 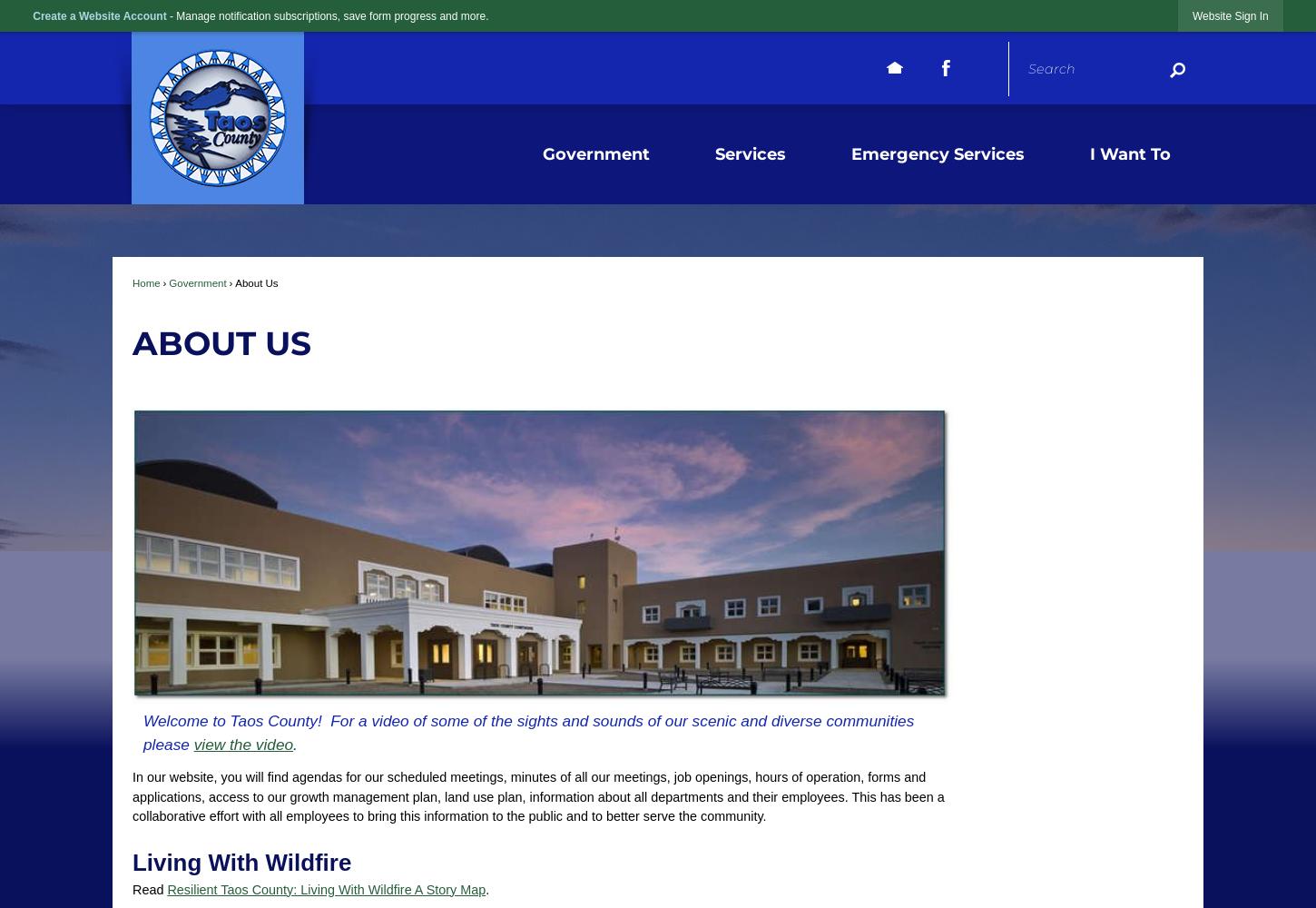 I want to click on '- Manage notification subscriptions, save form progress and more.', so click(x=168, y=16).